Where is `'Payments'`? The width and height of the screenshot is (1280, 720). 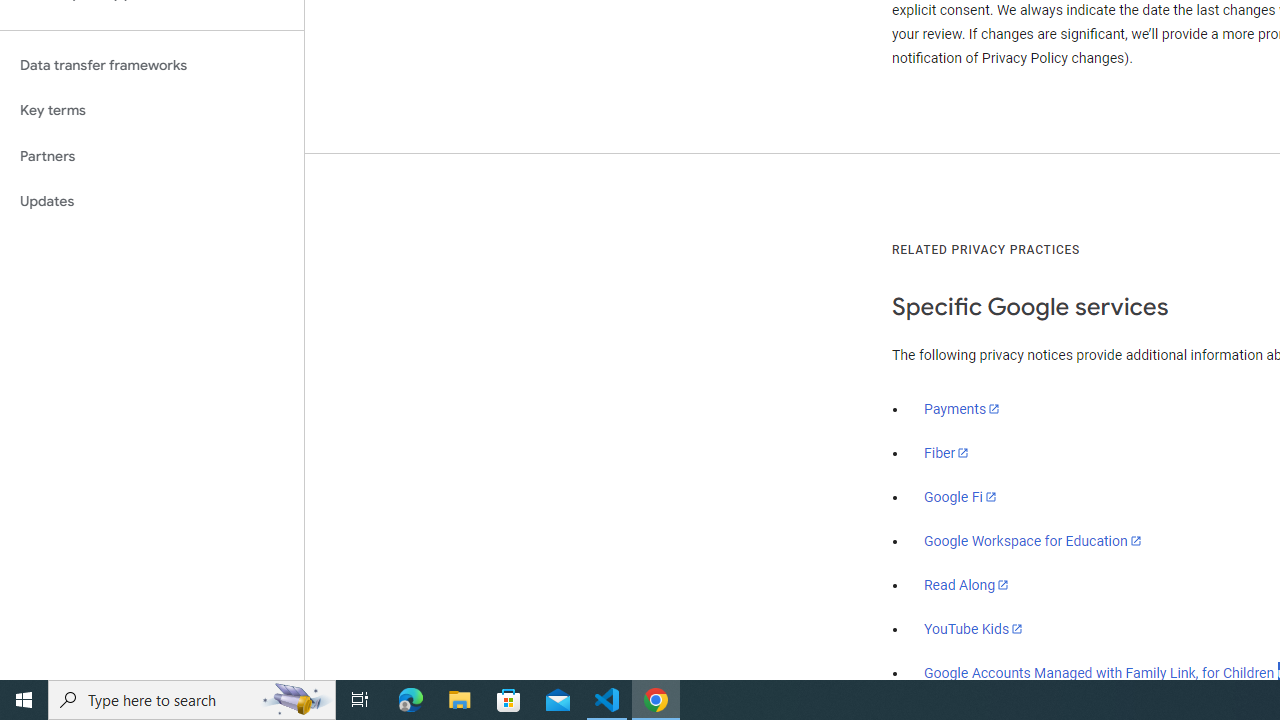 'Payments' is located at coordinates (962, 408).